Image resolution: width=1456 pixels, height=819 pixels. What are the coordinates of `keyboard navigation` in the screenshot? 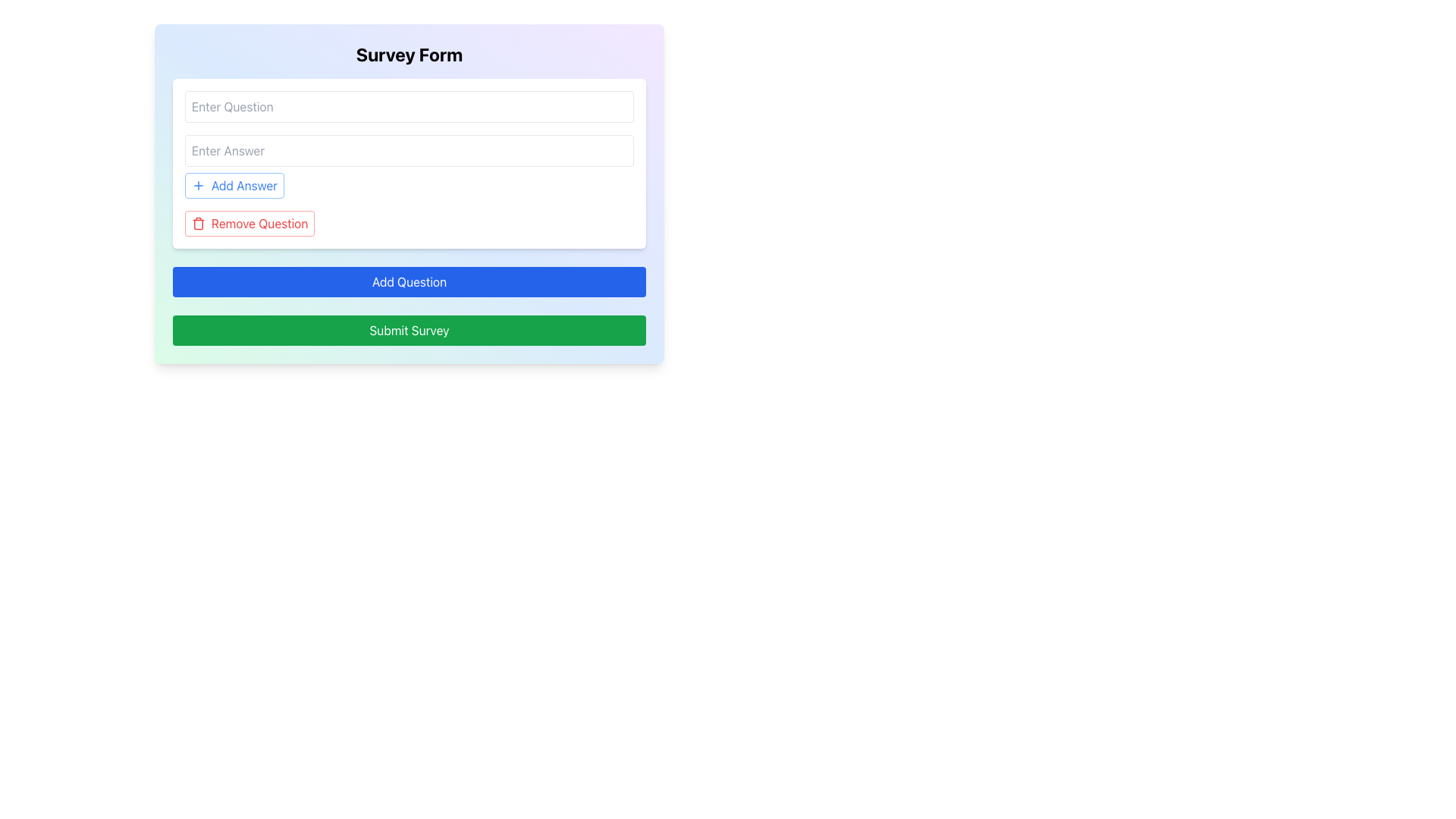 It's located at (259, 223).